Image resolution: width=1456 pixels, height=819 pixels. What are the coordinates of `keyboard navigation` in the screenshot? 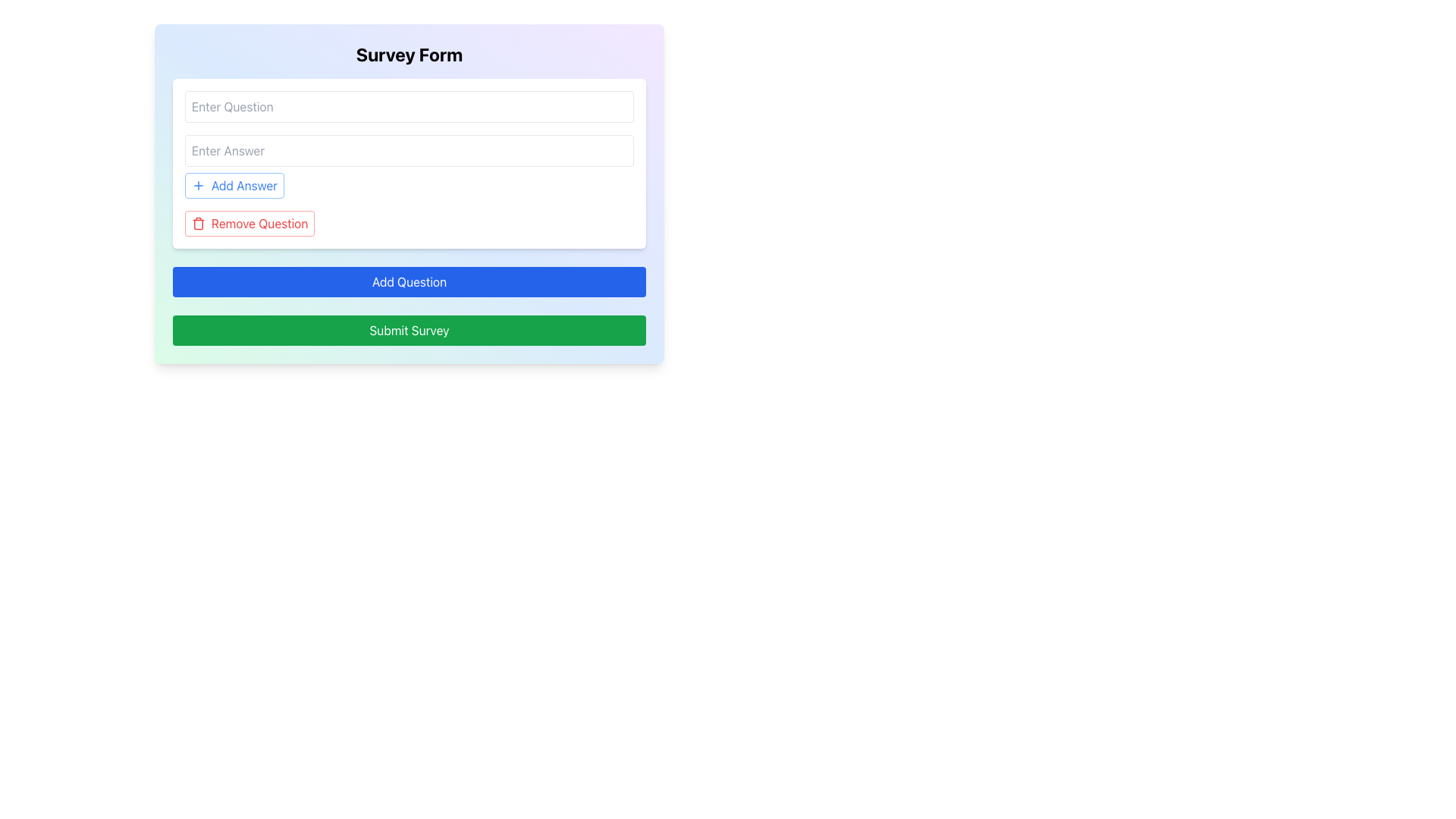 It's located at (259, 223).